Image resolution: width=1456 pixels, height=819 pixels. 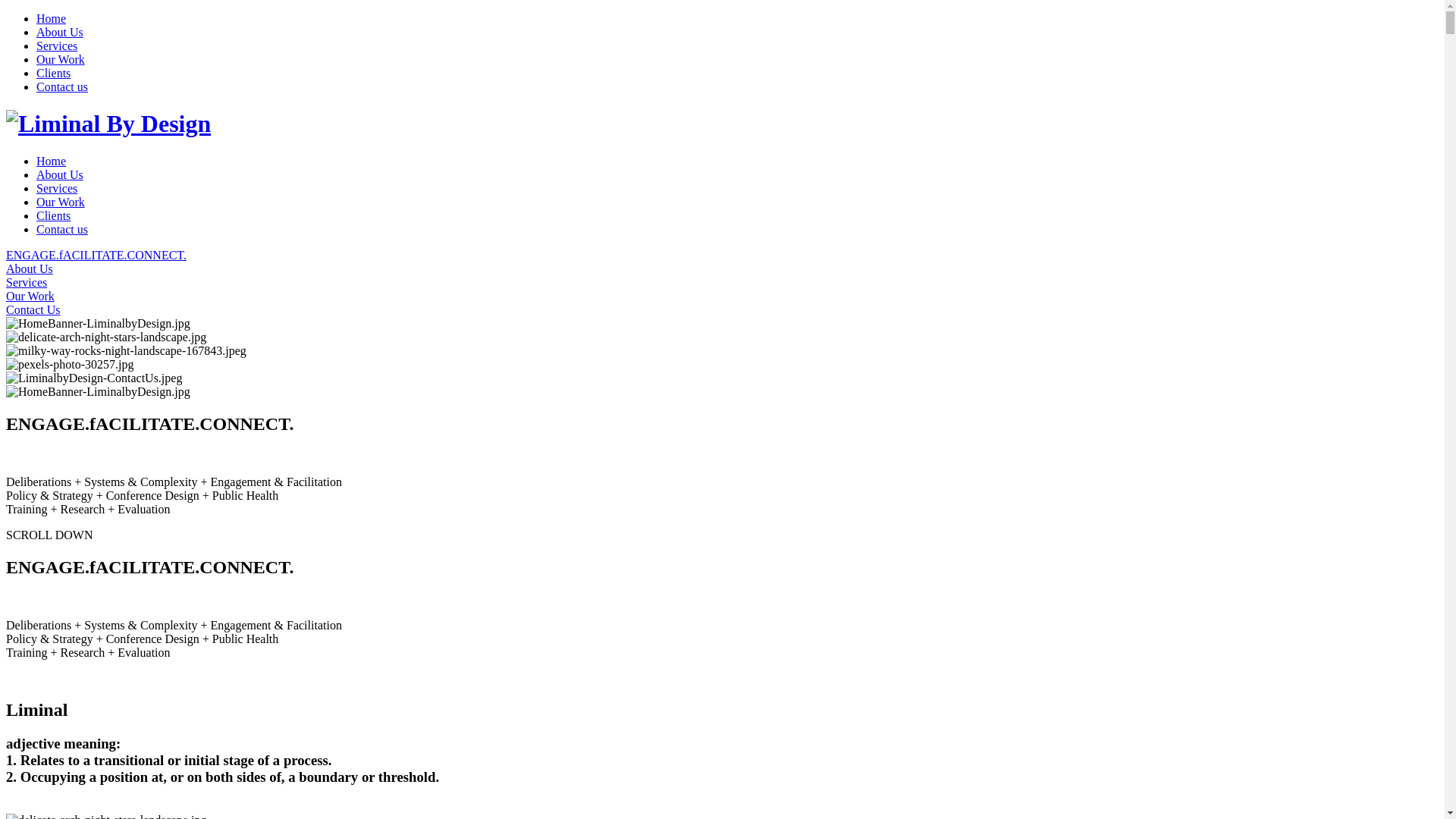 What do you see at coordinates (61, 201) in the screenshot?
I see `'Our Work'` at bounding box center [61, 201].